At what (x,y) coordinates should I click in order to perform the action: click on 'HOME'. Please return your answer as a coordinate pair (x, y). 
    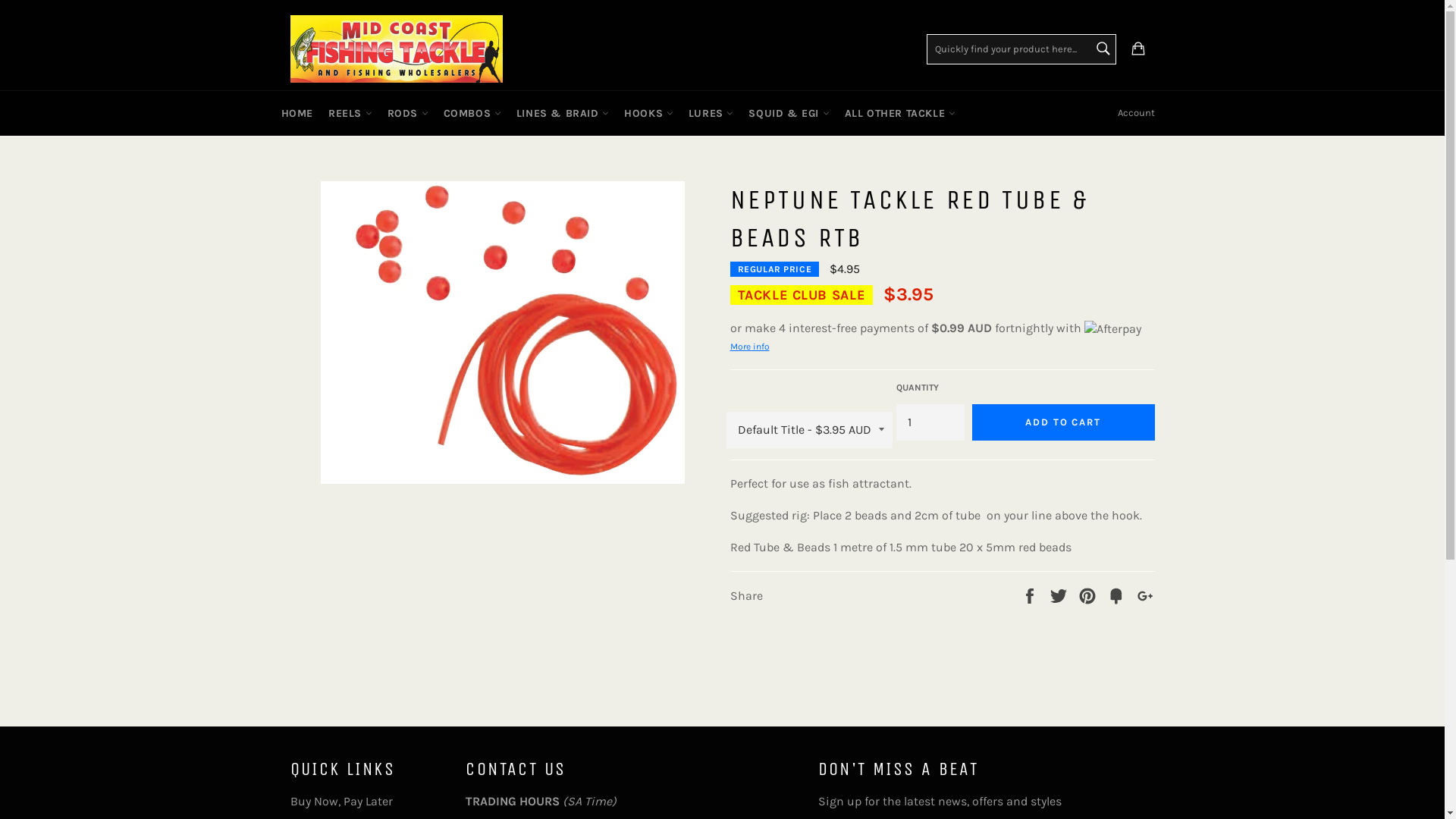
    Looking at the image, I should click on (296, 112).